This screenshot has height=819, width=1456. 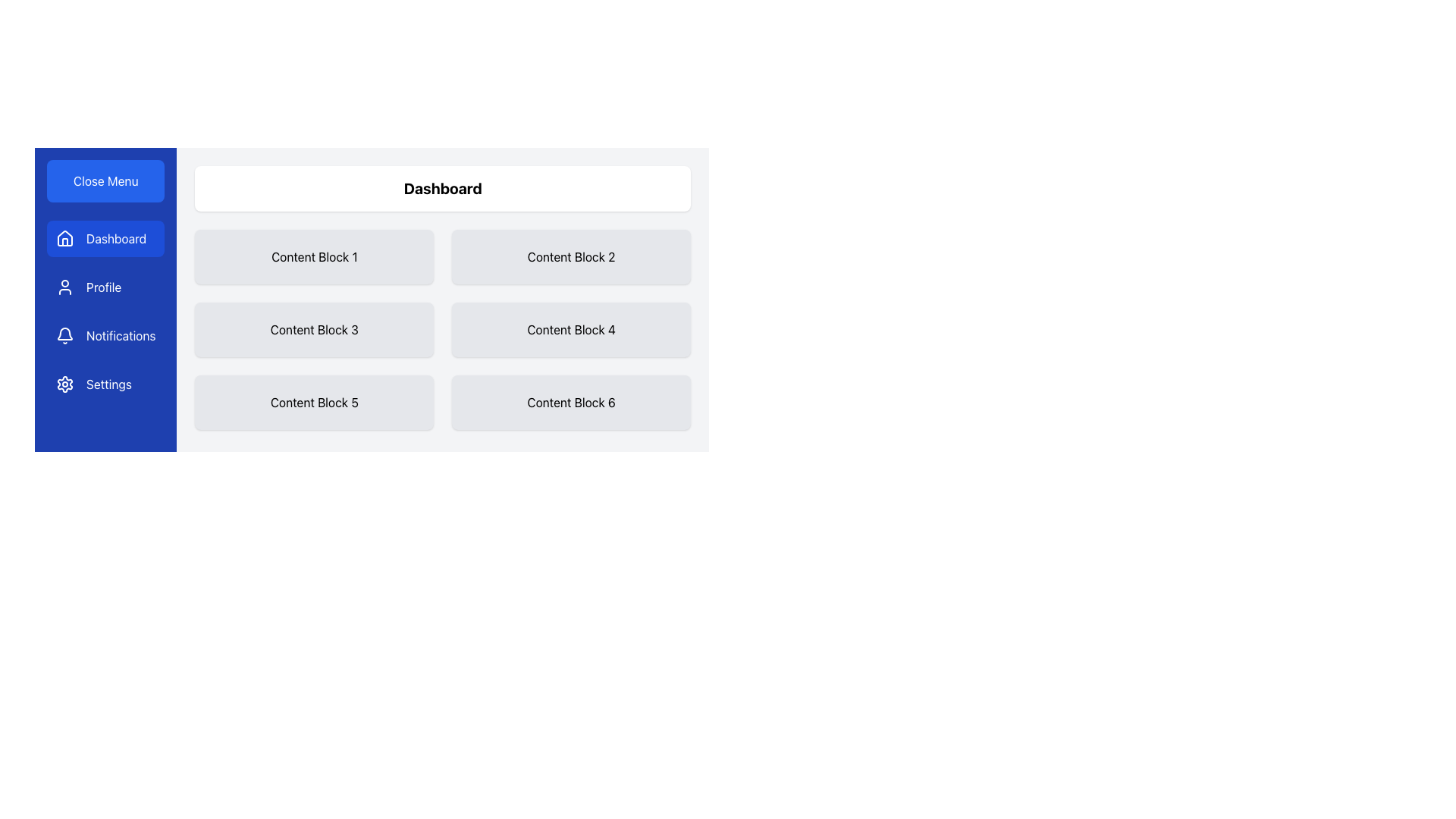 I want to click on the 'Notifications' button, which features a bell icon on the left and the text 'Notifications' styled in white over a blue background, located in the left-side navigation menu, so click(x=105, y=335).